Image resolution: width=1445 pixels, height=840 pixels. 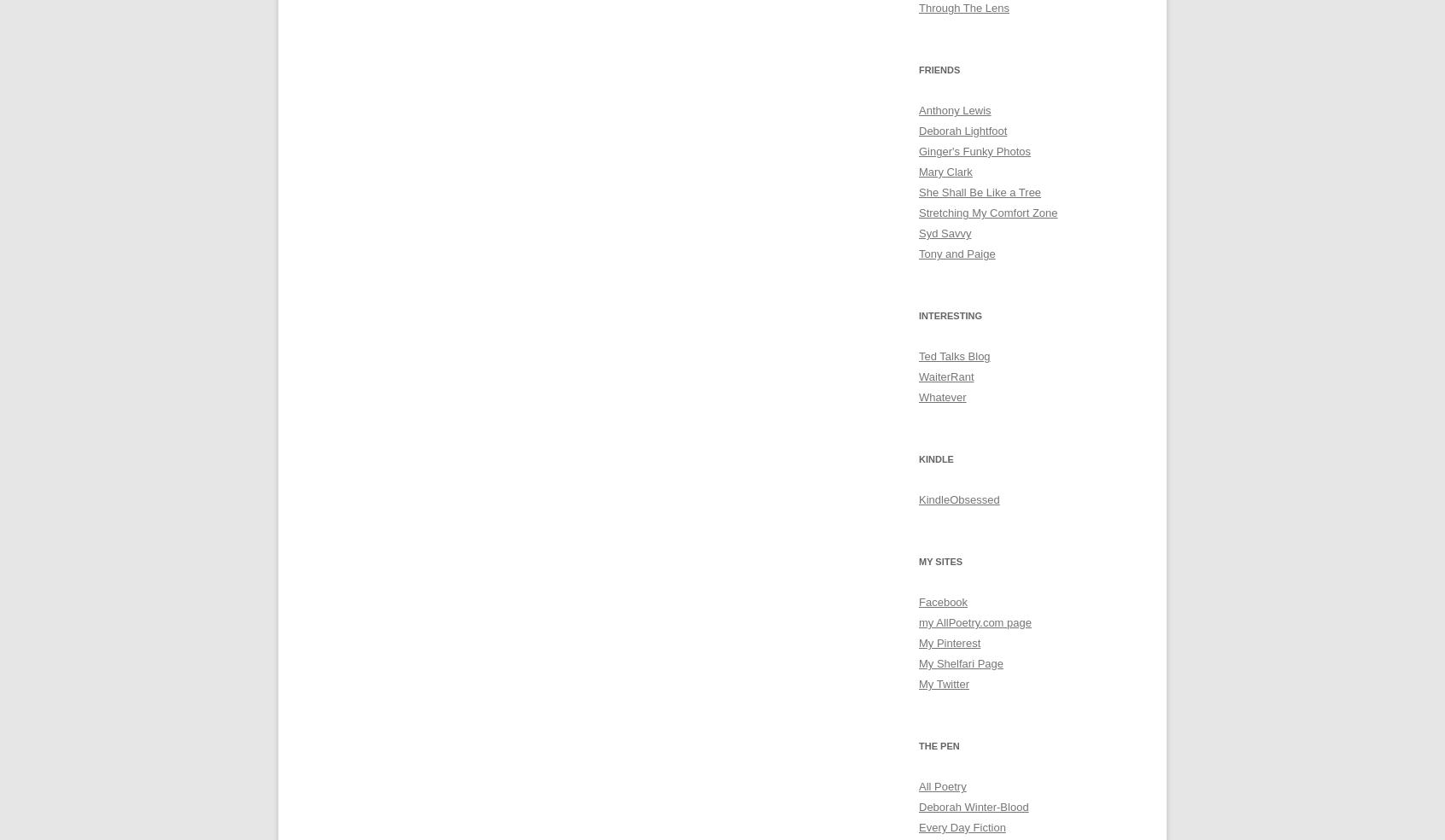 What do you see at coordinates (918, 786) in the screenshot?
I see `'All Poetry'` at bounding box center [918, 786].